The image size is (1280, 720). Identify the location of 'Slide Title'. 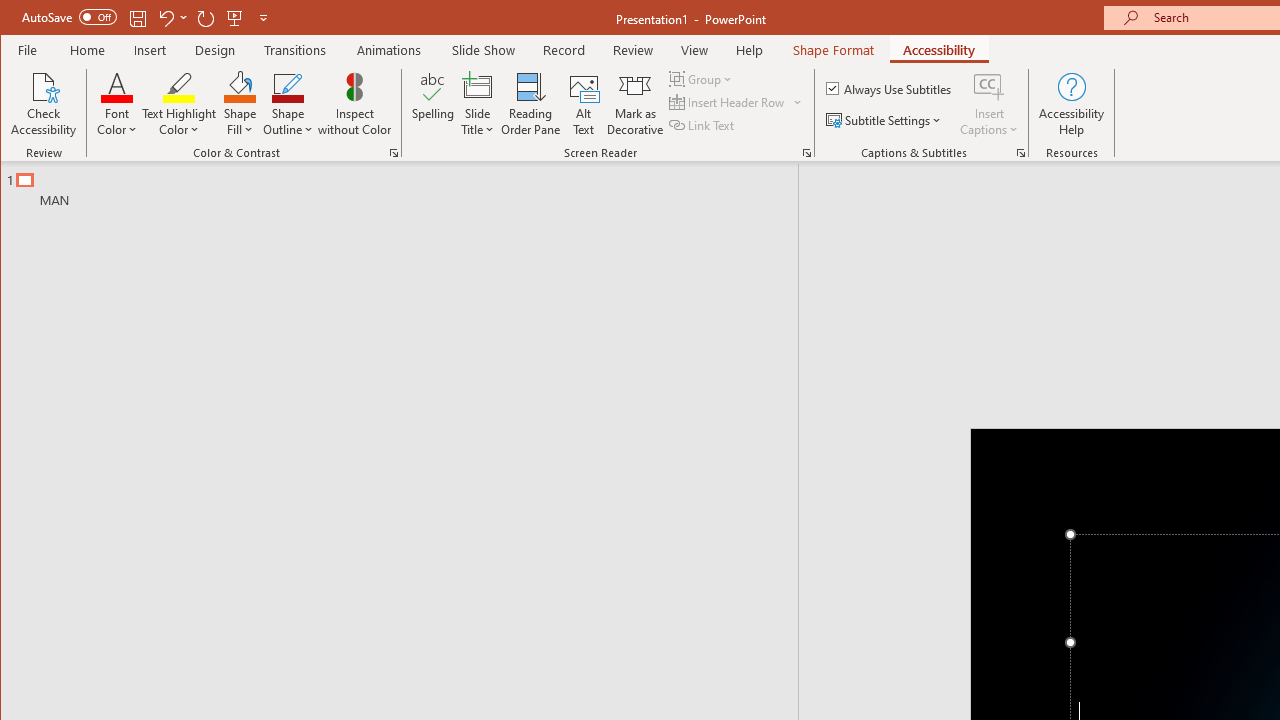
(477, 85).